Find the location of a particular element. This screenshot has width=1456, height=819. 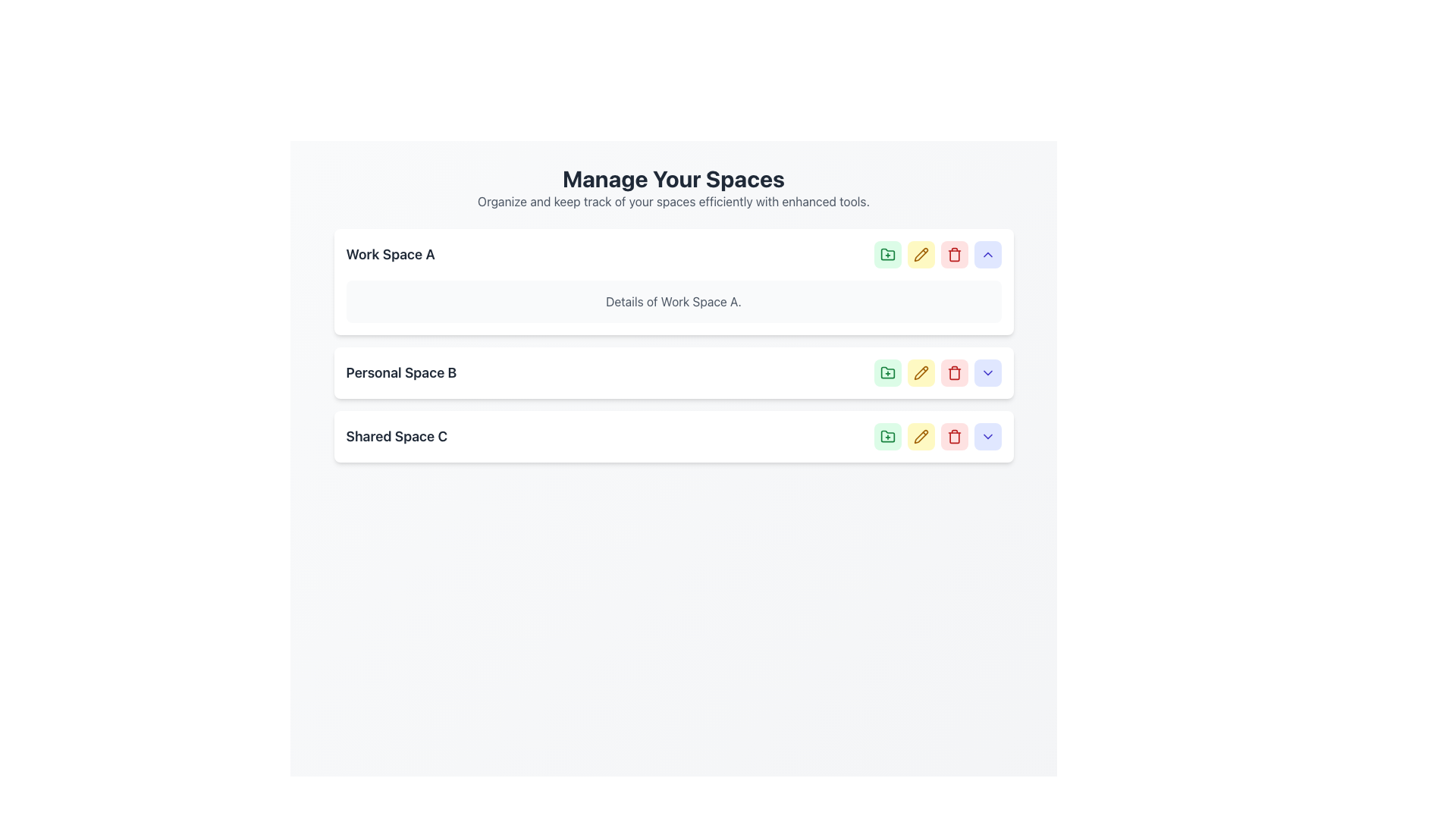

the folder icon with a plus symbol inside it, located in the first row of workspace options is located at coordinates (887, 253).